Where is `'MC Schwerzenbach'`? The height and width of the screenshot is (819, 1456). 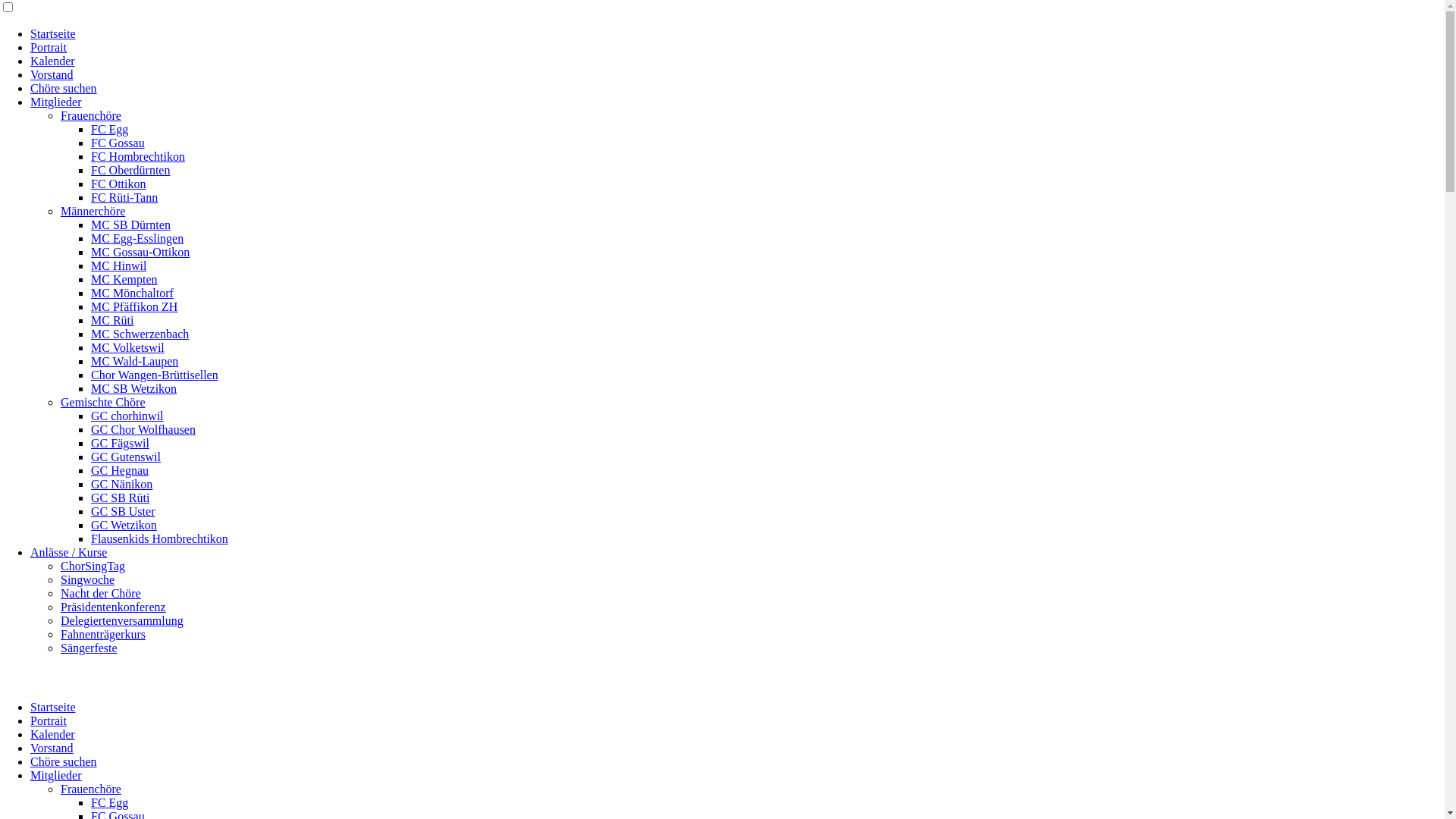
'MC Schwerzenbach' is located at coordinates (90, 333).